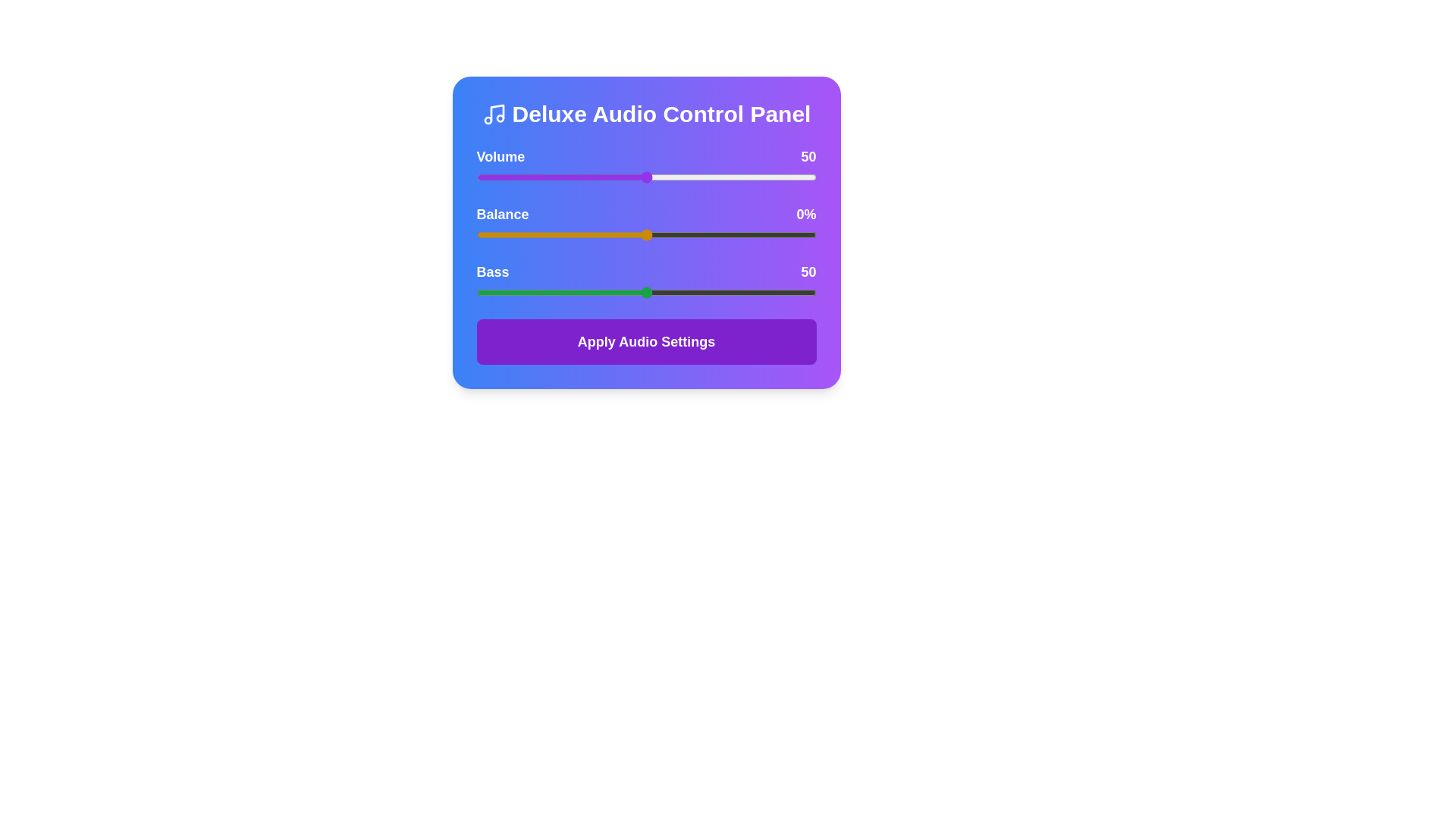 The width and height of the screenshot is (1456, 819). Describe the element at coordinates (500, 157) in the screenshot. I see `the static text label 'Volume' which is displayed in white text on a blue-purple gradient background, positioned in the top-left region of the panel` at that location.